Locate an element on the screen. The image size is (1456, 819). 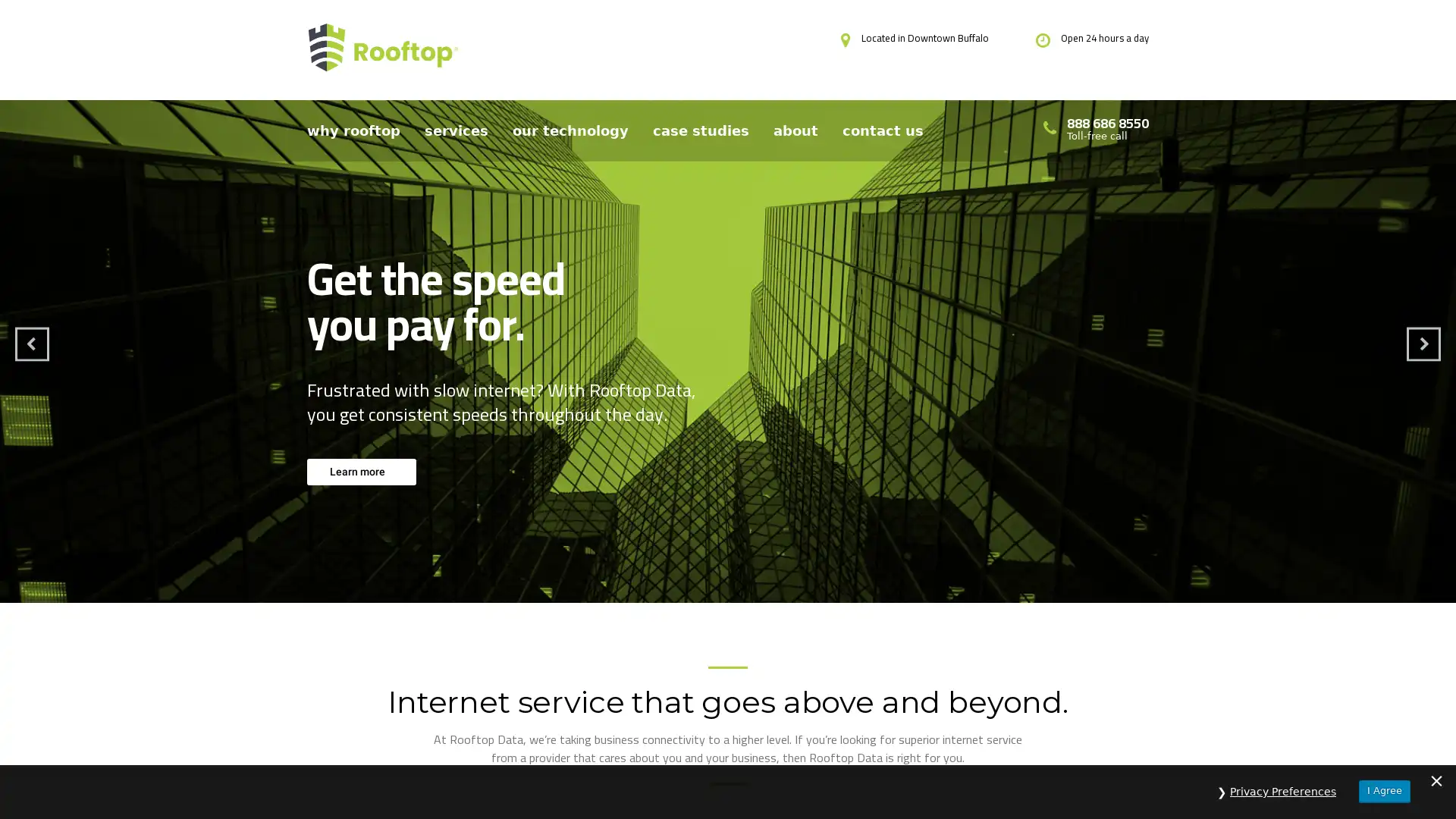
I Agree is located at coordinates (1384, 790).